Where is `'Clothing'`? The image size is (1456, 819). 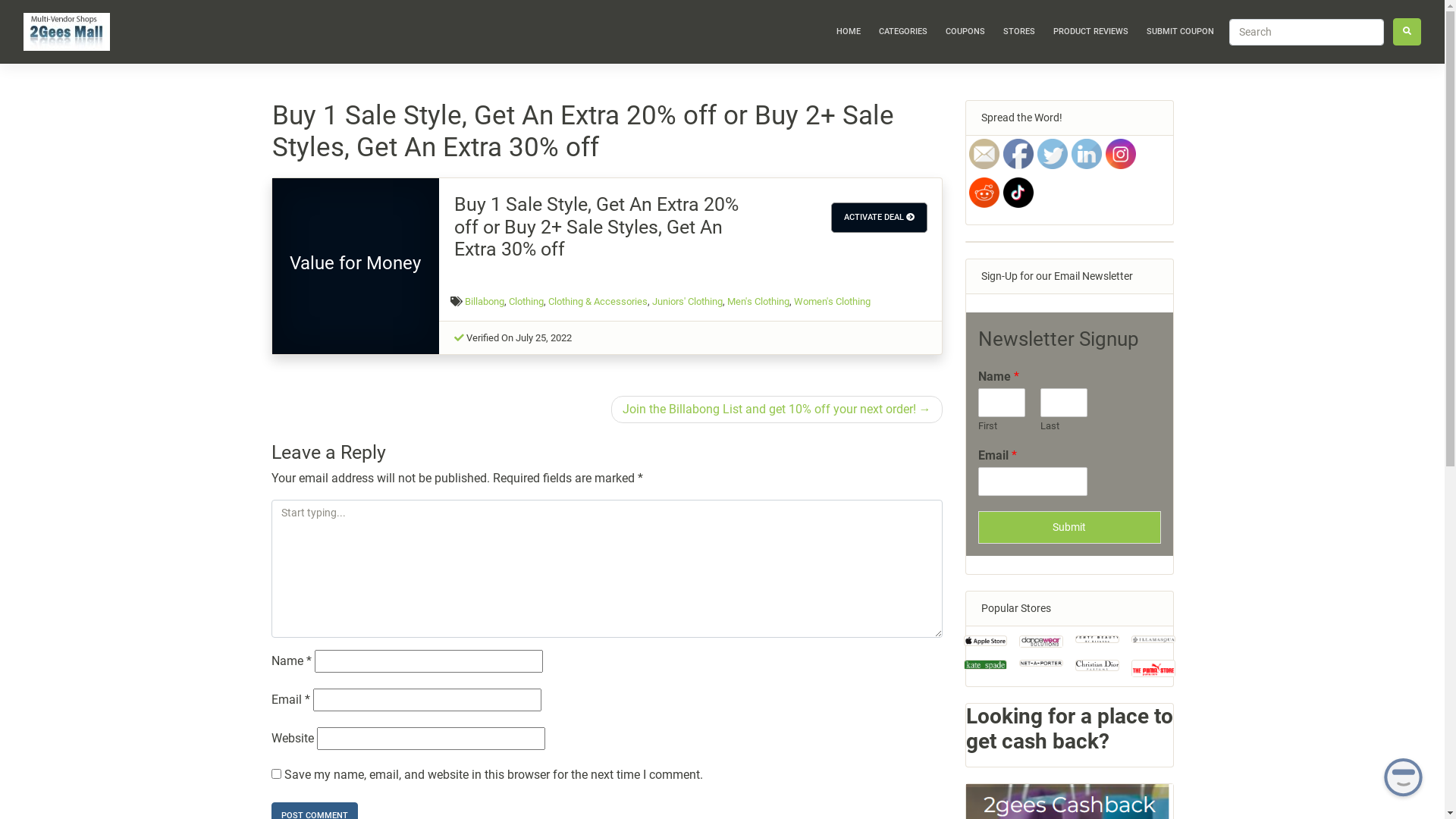 'Clothing' is located at coordinates (526, 301).